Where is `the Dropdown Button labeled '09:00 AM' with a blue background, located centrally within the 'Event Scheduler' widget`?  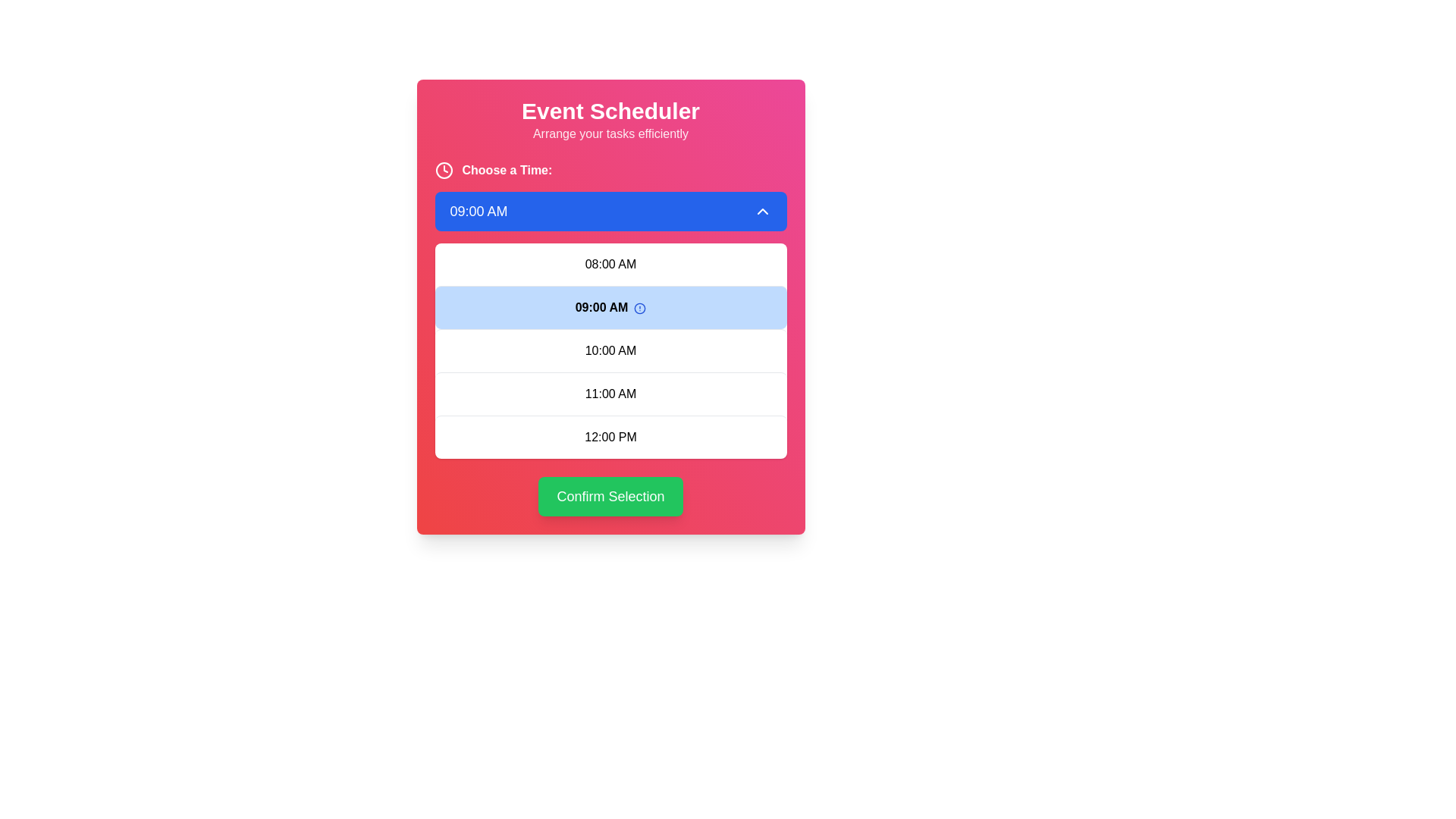 the Dropdown Button labeled '09:00 AM' with a blue background, located centrally within the 'Event Scheduler' widget is located at coordinates (610, 211).